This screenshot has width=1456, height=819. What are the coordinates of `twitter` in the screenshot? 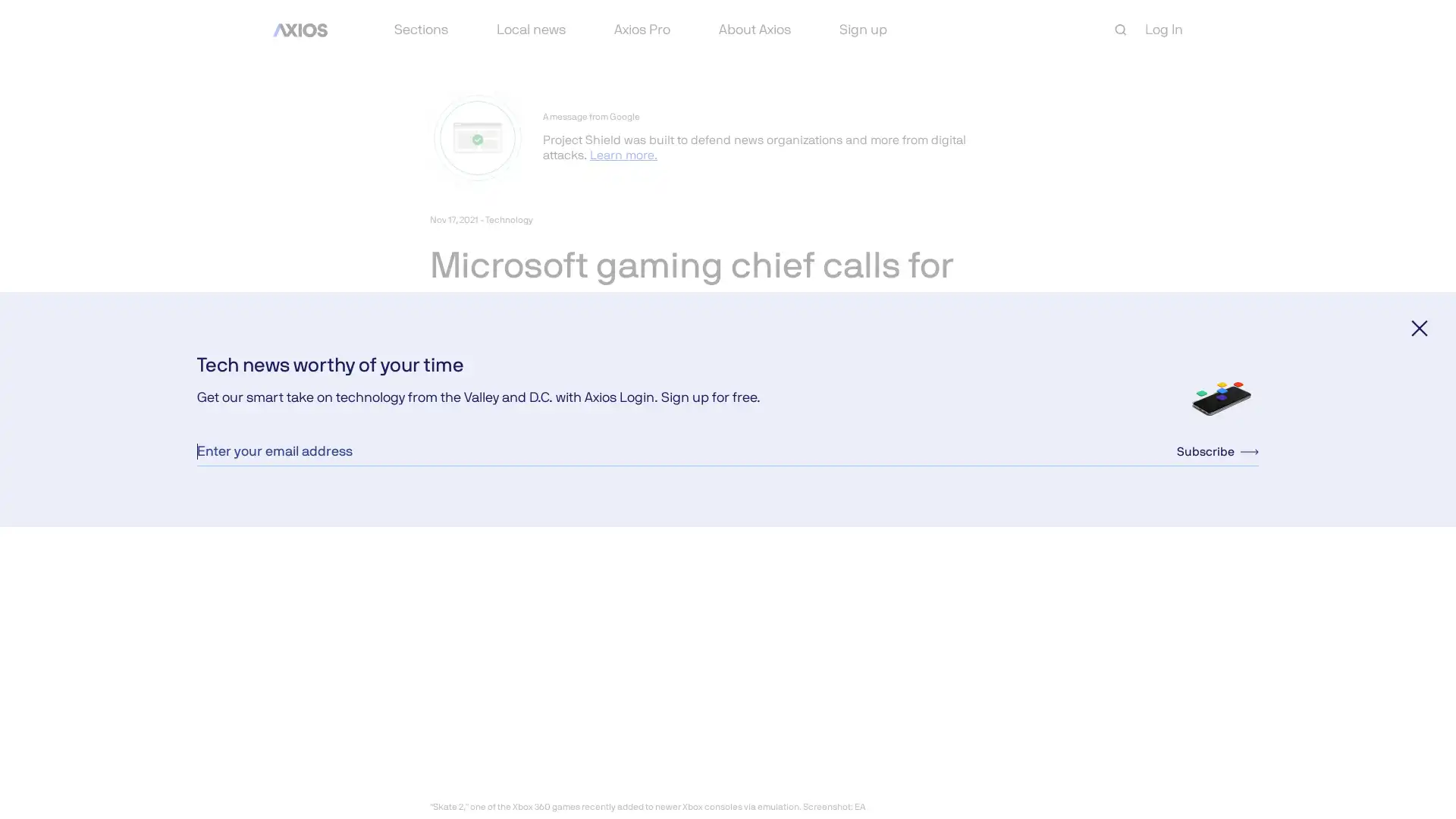 It's located at (476, 412).